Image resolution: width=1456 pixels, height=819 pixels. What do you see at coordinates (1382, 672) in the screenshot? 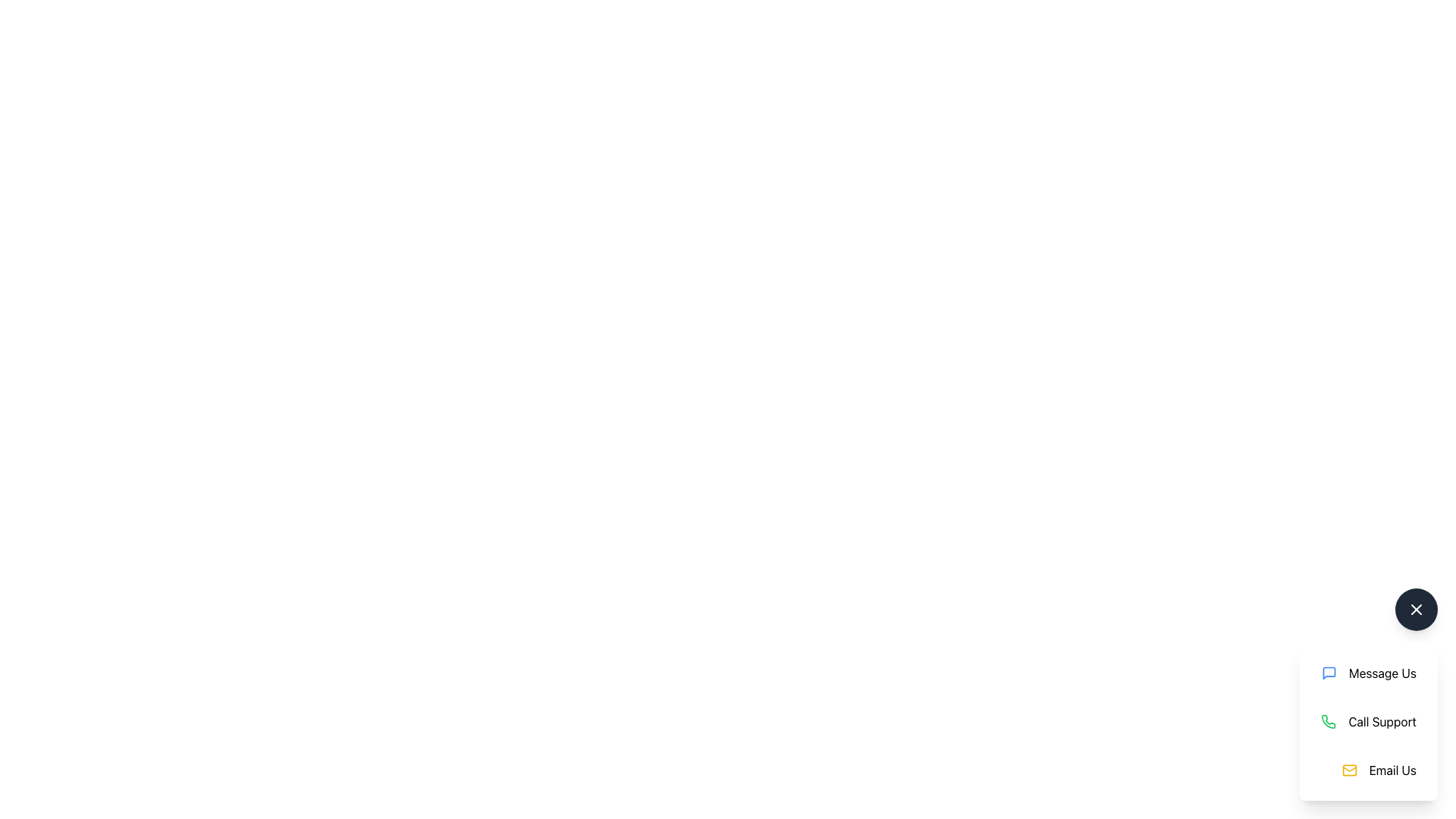
I see `text label that displays 'Message Us', which is styled in black and located to the right of a blue message icon in a dropdown menu` at bounding box center [1382, 672].